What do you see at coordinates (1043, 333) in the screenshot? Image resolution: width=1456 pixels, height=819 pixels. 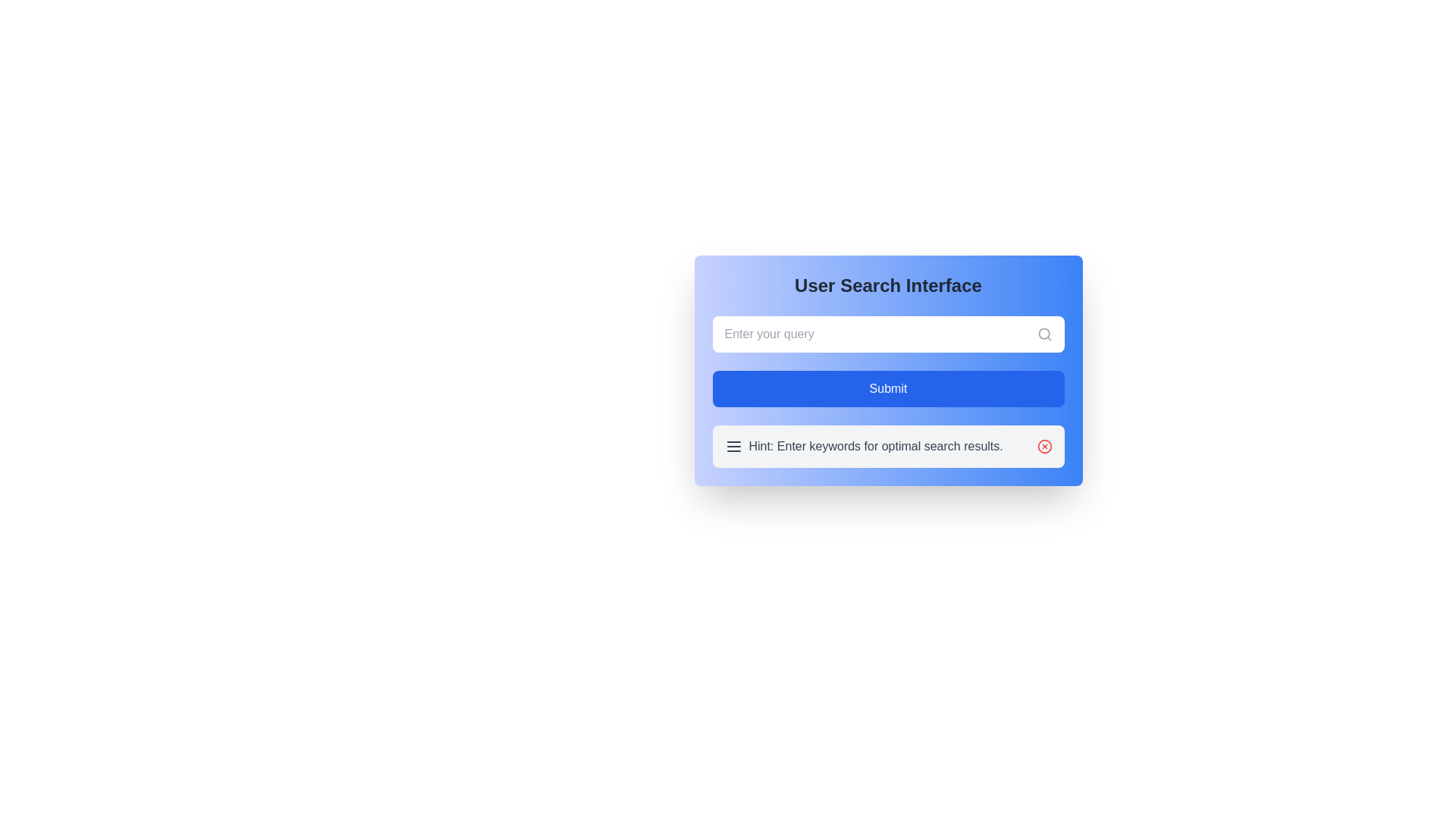 I see `the small gray magnifying glass icon located at the top-right corner of the search input field` at bounding box center [1043, 333].